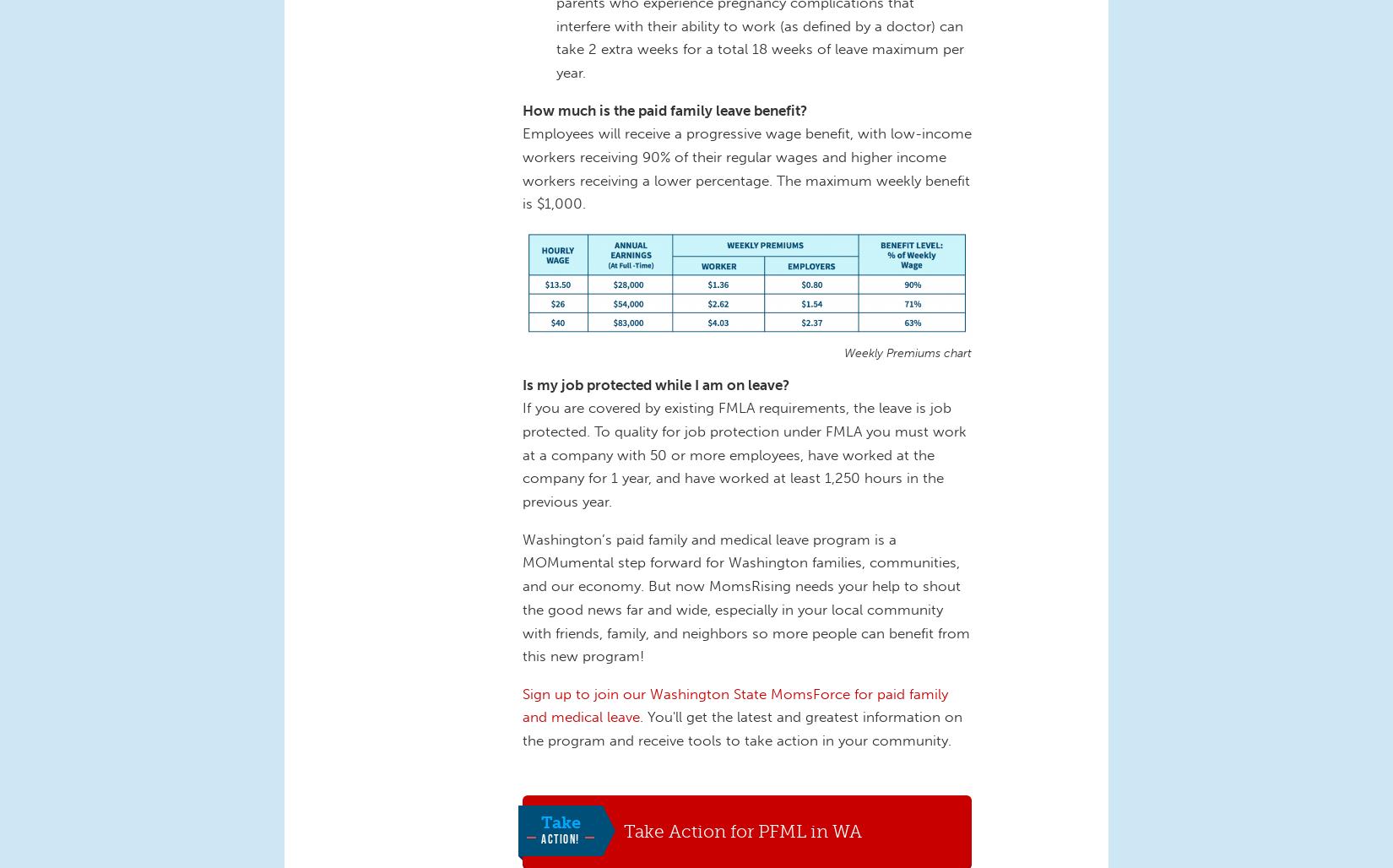 The height and width of the screenshot is (868, 1393). I want to click on 'Is my job protected while I am on leave?', so click(654, 382).